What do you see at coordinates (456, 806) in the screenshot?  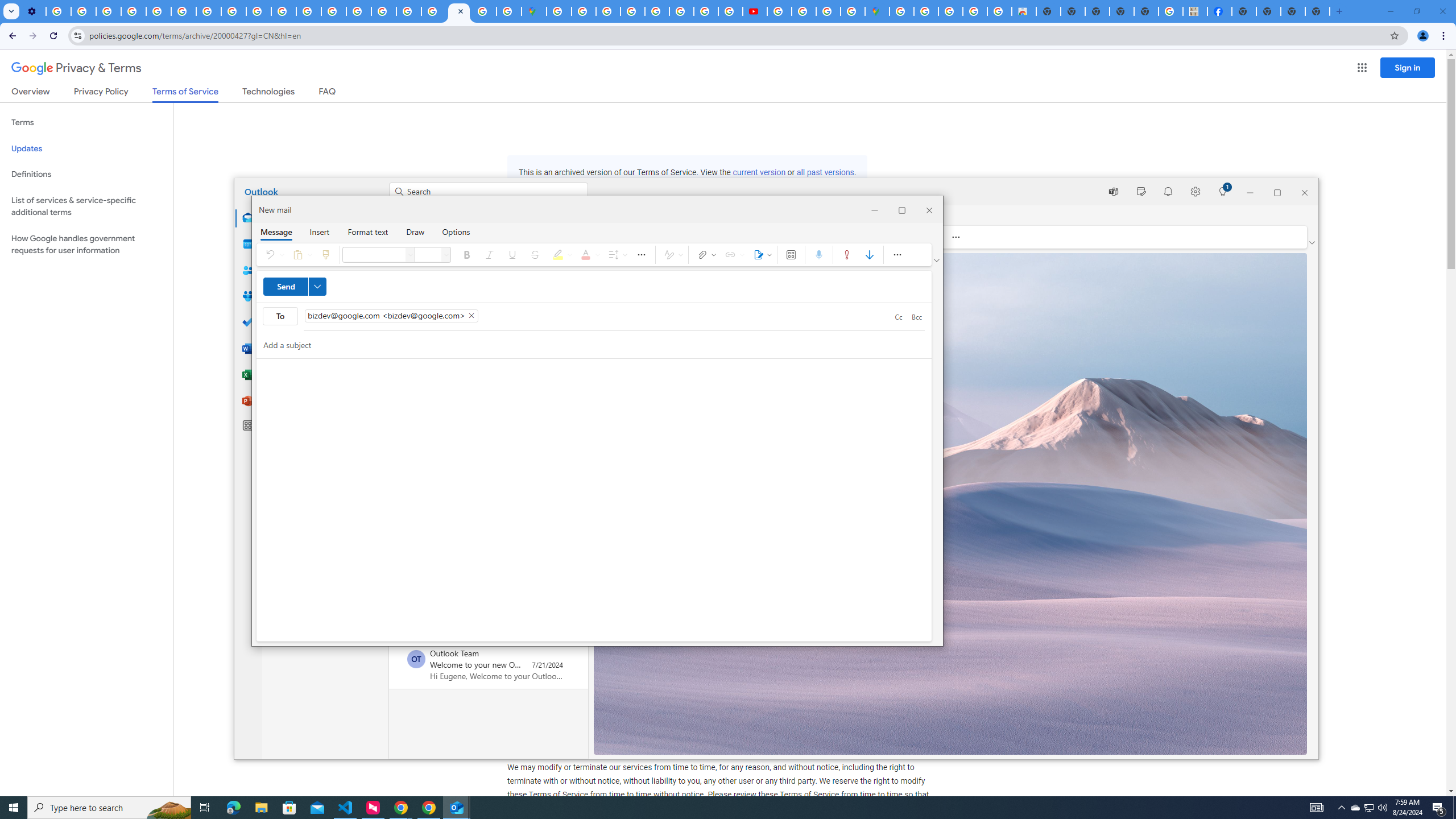 I see `'Outlook (new) - 2 running windows'` at bounding box center [456, 806].